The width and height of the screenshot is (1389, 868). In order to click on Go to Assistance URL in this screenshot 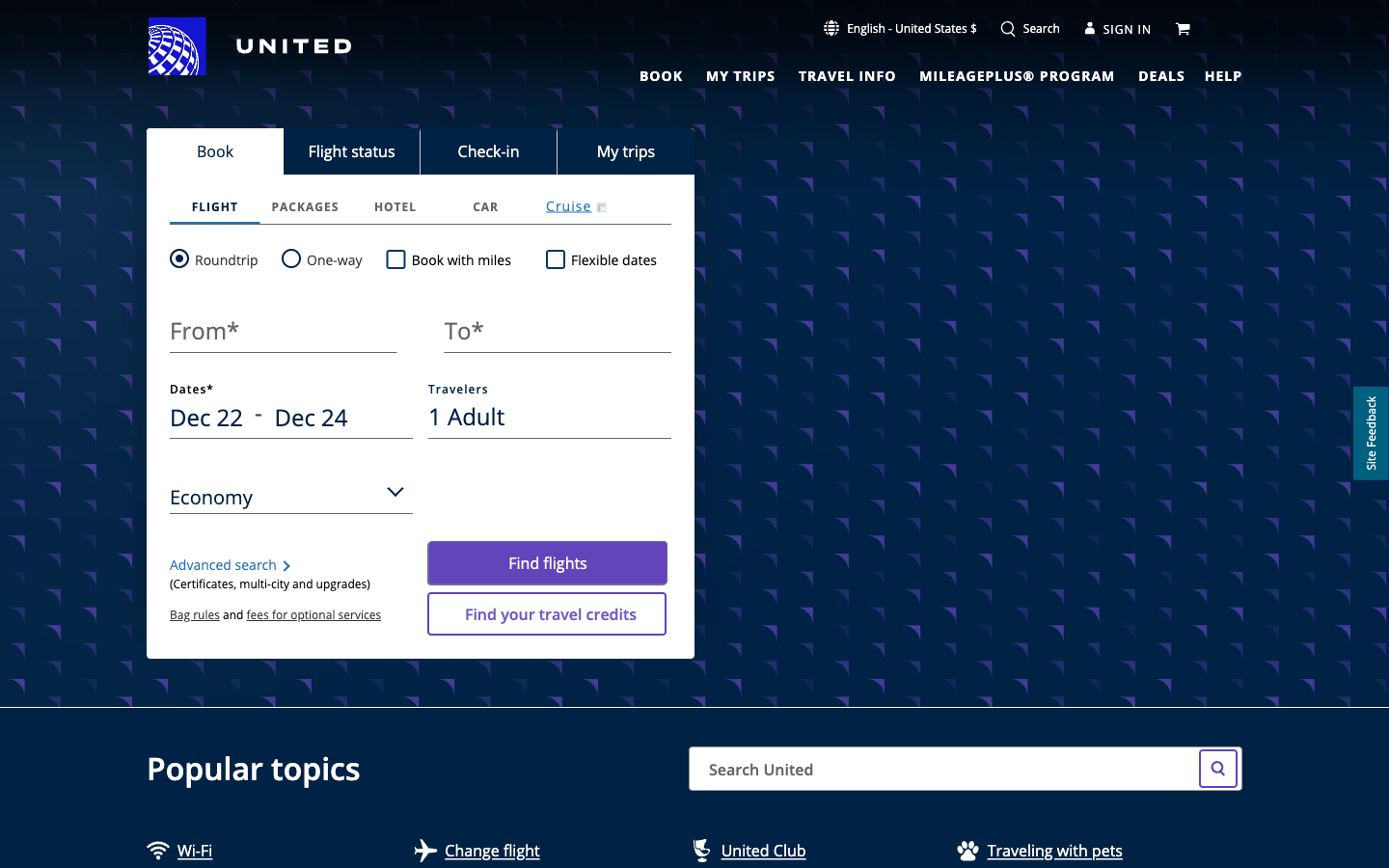, I will do `click(1223, 73)`.